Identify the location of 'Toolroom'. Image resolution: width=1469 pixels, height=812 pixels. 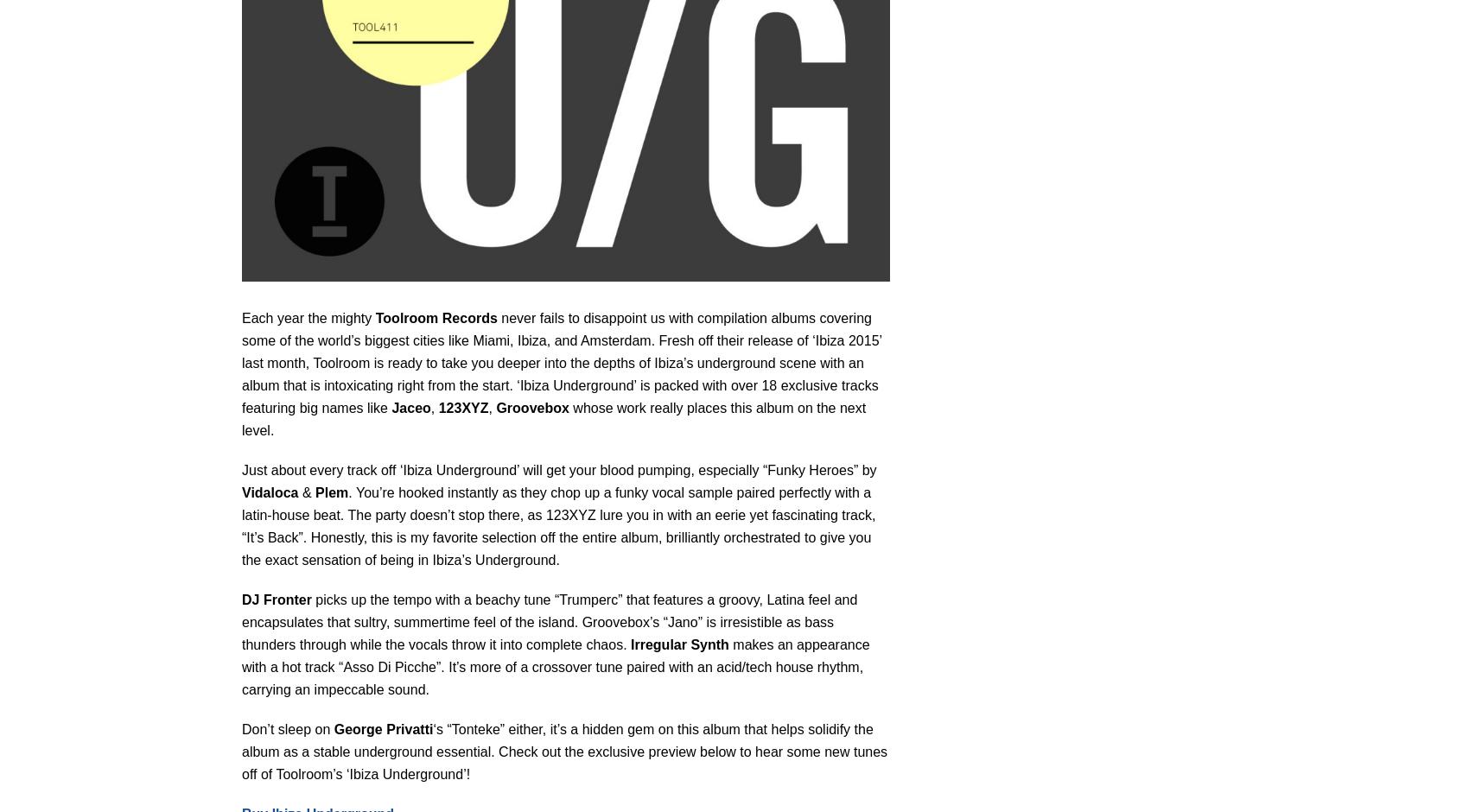
(375, 316).